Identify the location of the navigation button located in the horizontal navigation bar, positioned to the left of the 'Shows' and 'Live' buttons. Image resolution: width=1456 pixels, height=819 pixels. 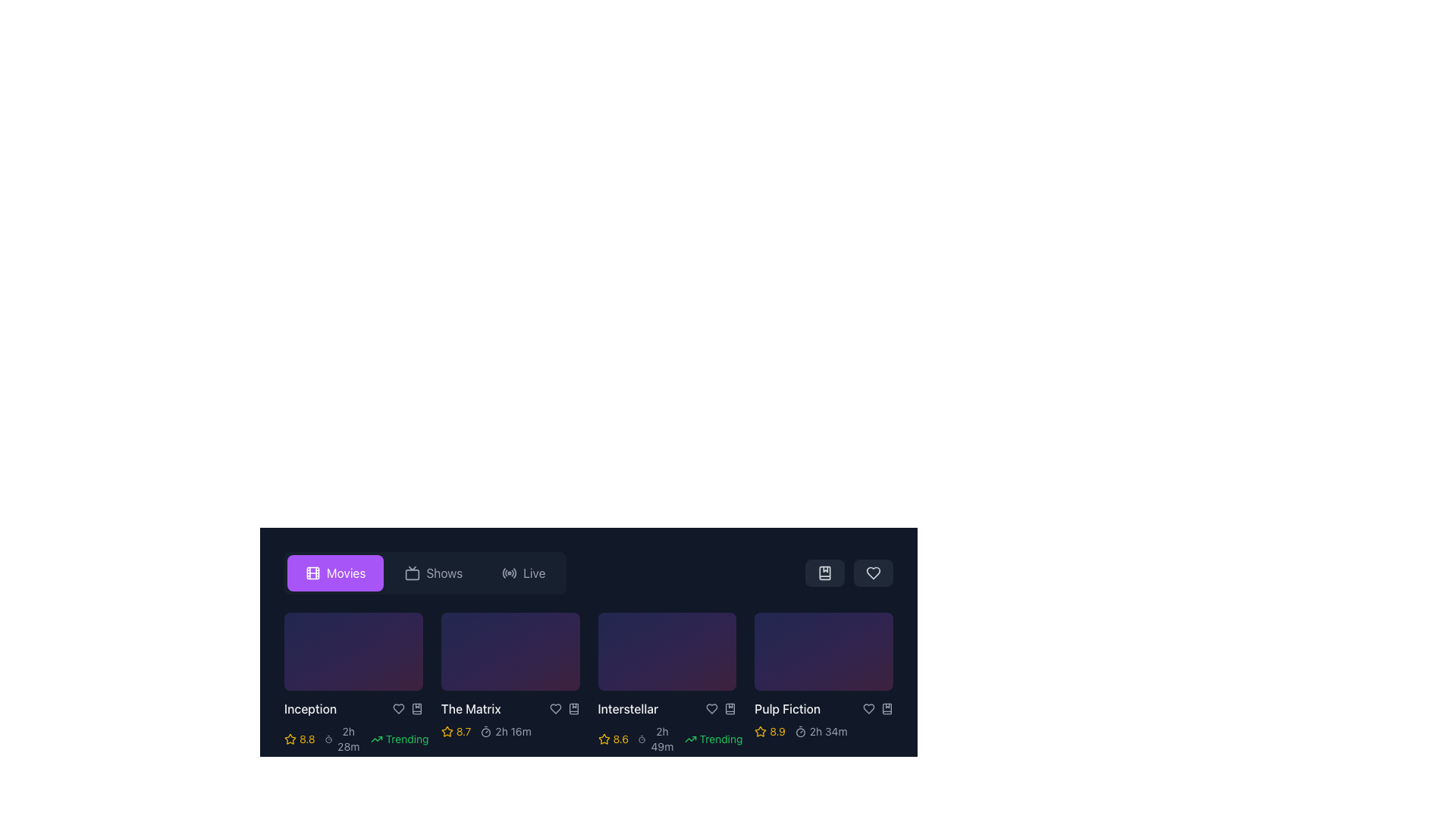
(334, 573).